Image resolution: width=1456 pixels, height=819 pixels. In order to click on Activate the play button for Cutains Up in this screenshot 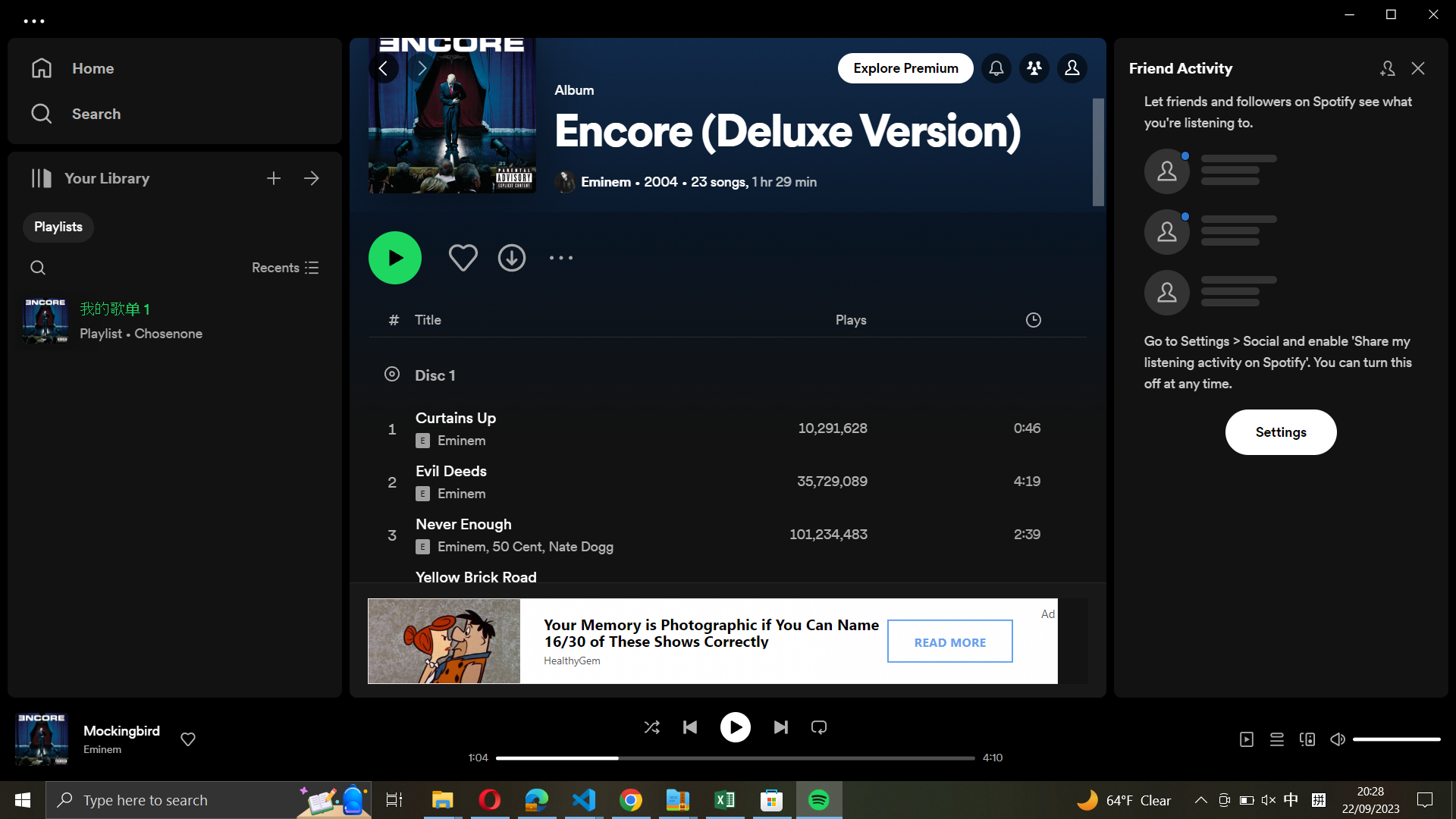, I will do `click(724, 427)`.